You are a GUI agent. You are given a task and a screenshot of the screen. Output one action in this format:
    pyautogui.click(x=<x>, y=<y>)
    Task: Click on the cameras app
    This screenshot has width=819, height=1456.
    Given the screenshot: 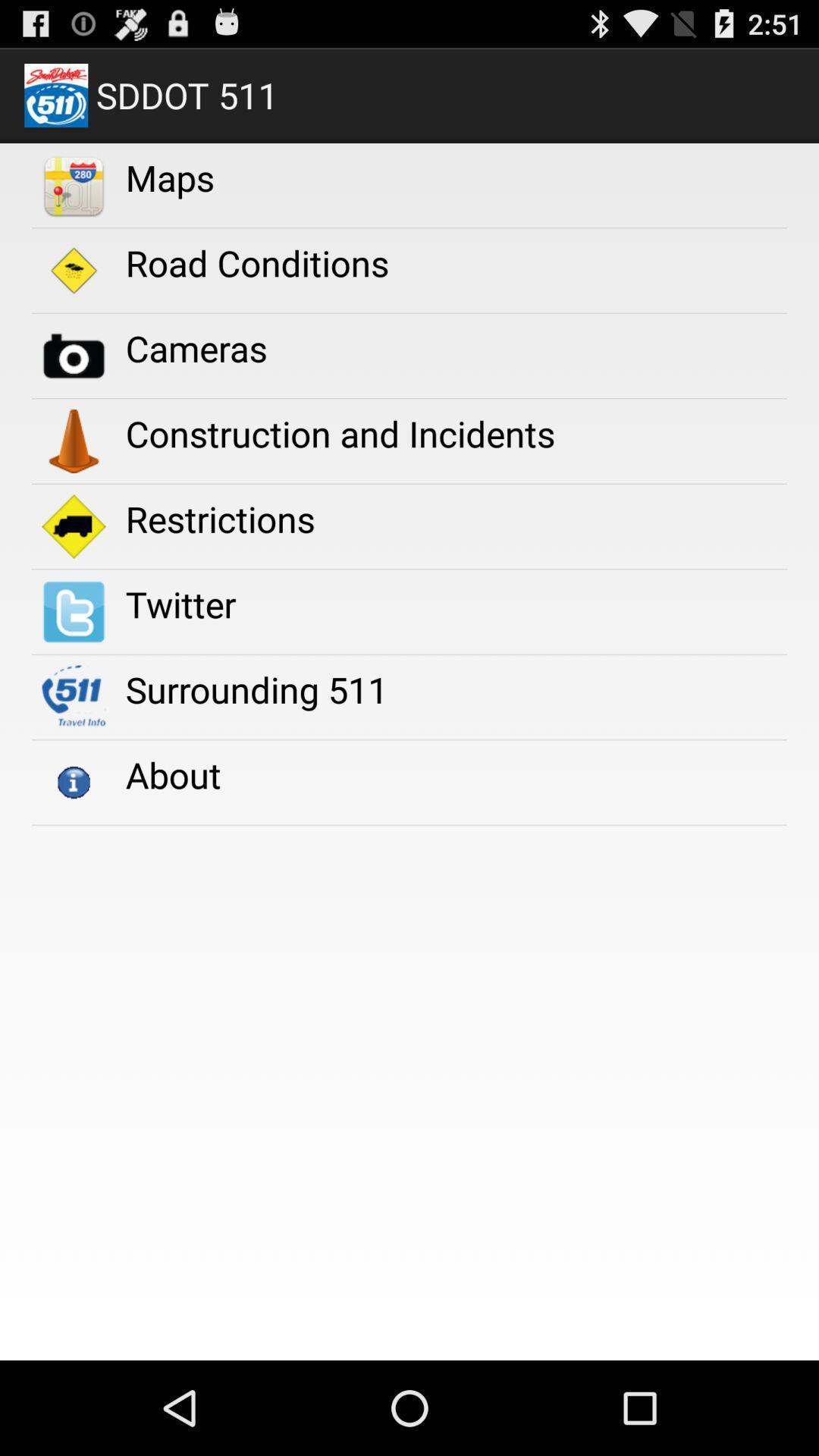 What is the action you would take?
    pyautogui.click(x=196, y=347)
    